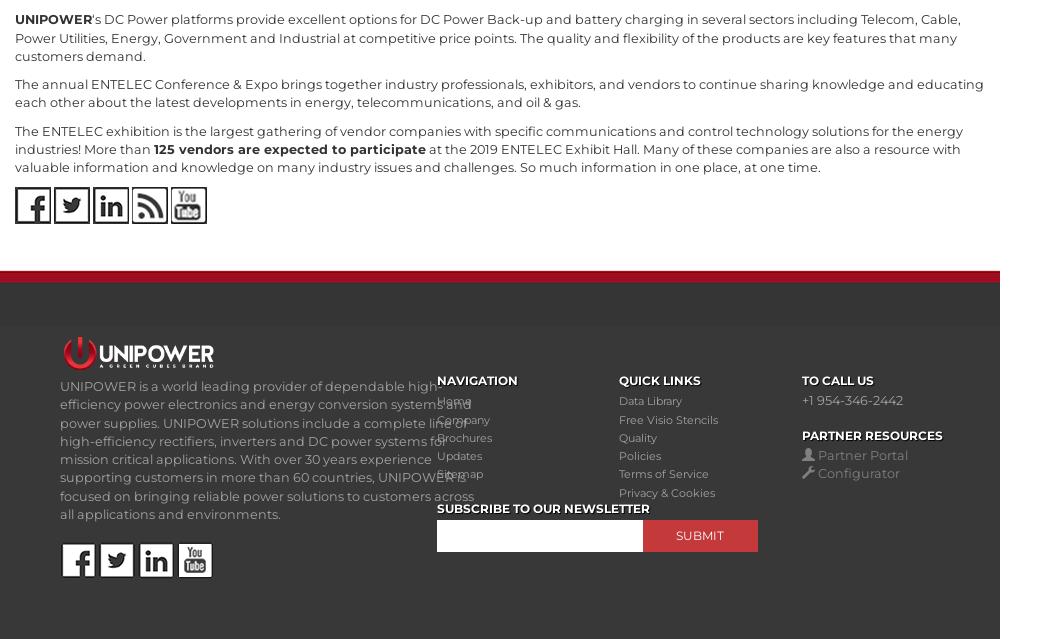 The width and height of the screenshot is (1055, 639). What do you see at coordinates (861, 454) in the screenshot?
I see `'Partner Portal'` at bounding box center [861, 454].